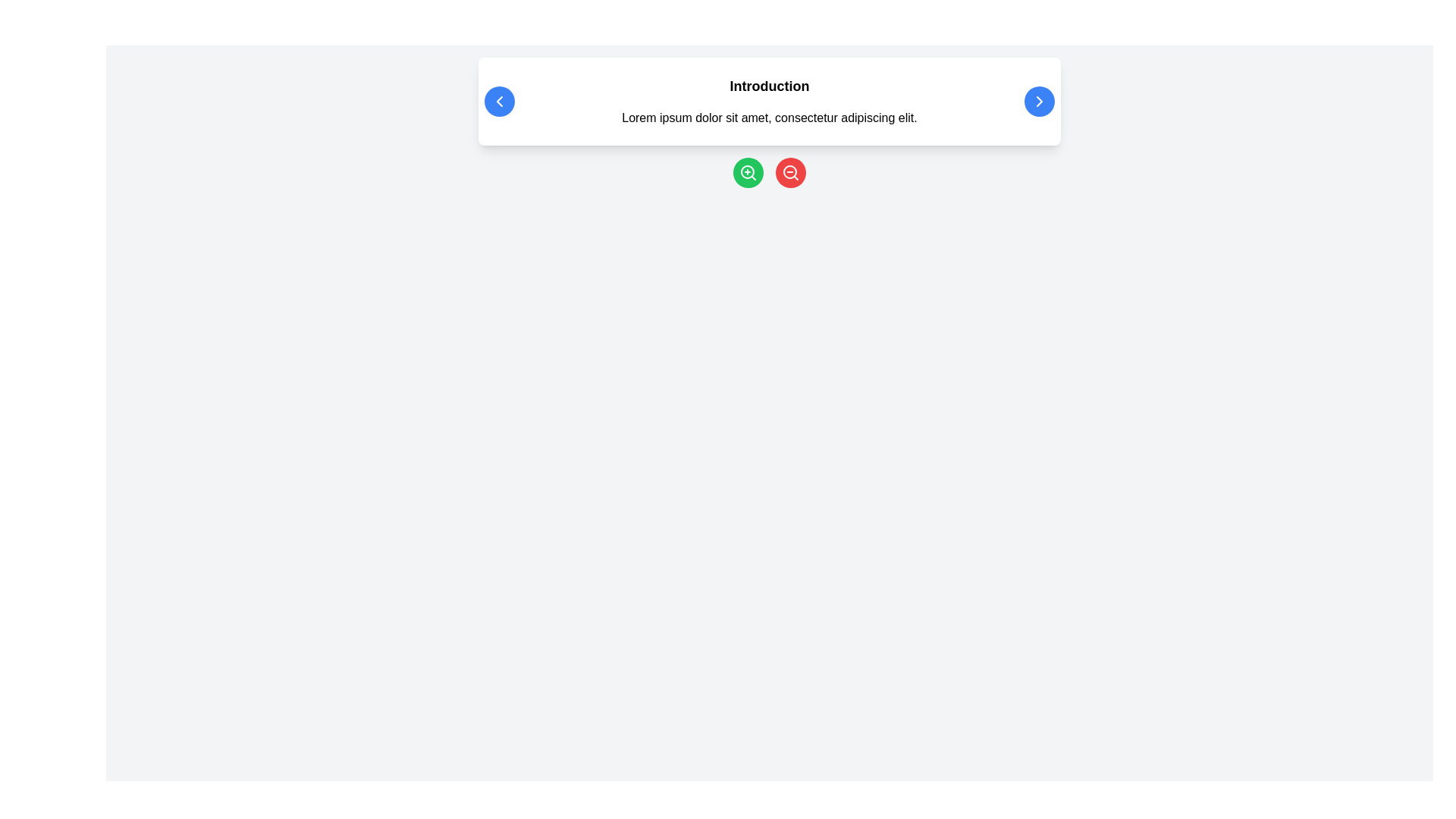 The height and width of the screenshot is (819, 1456). Describe the element at coordinates (747, 171) in the screenshot. I see `the circle in the zoom-in icon, which is part of a magnifying glass icon, located at the center of the icon positioned to the right of a green circular button` at that location.